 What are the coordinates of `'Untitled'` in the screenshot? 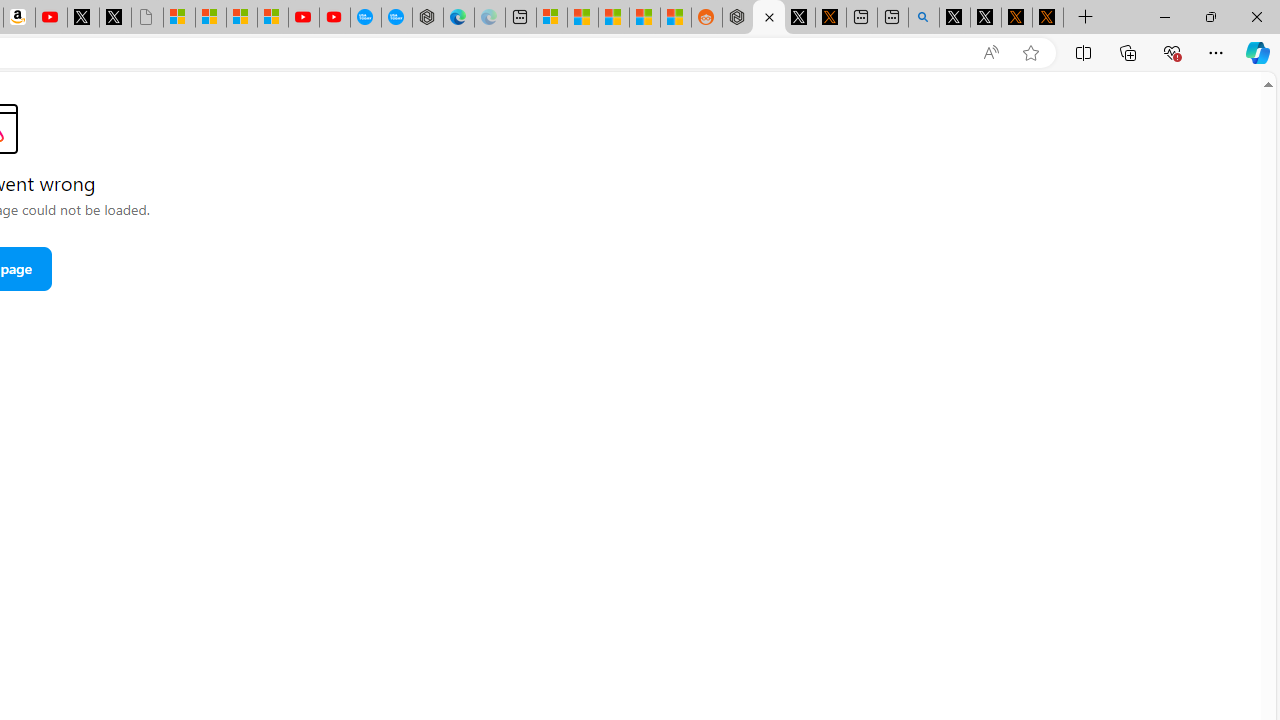 It's located at (146, 17).